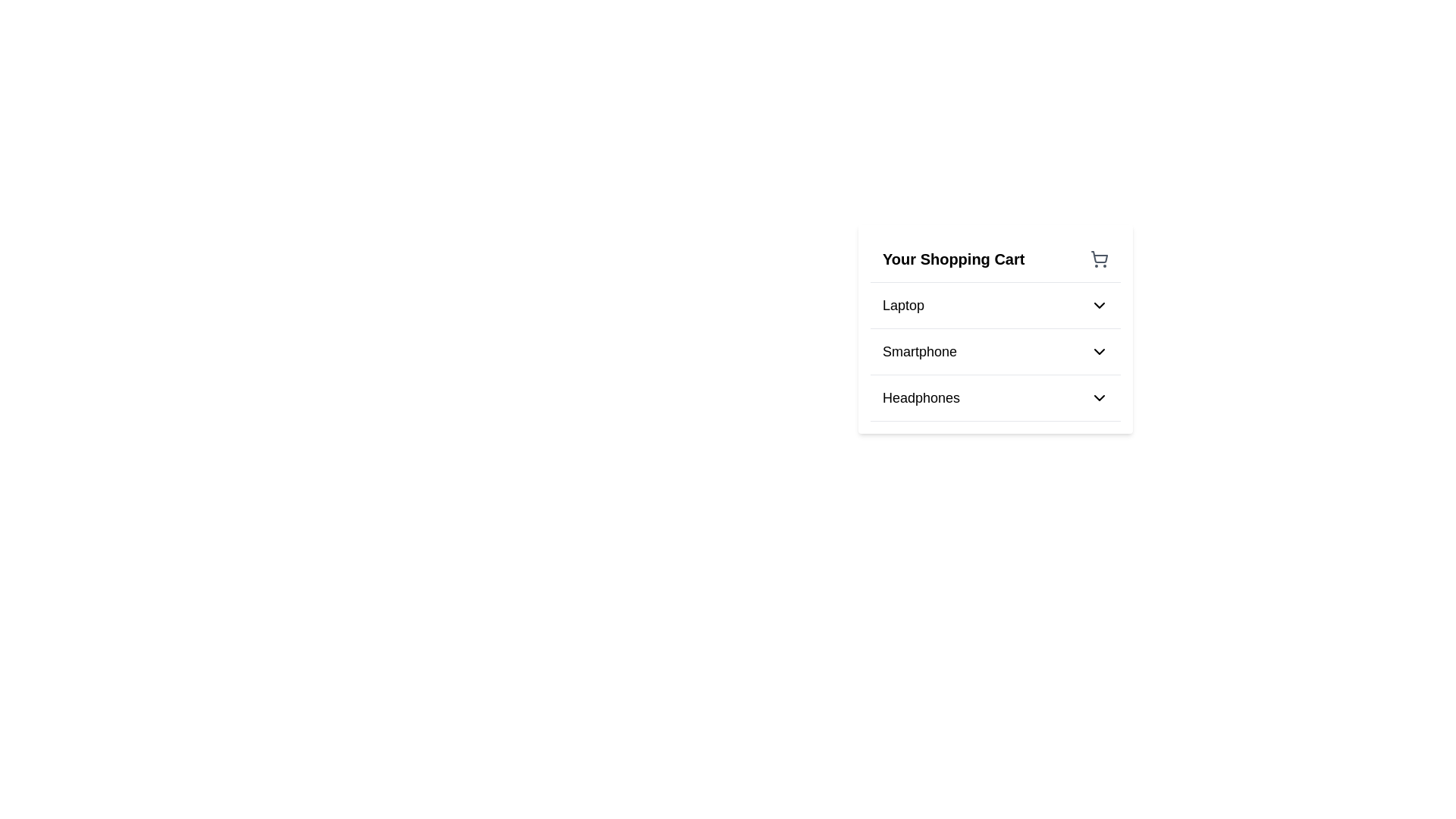 The image size is (1456, 819). Describe the element at coordinates (1099, 305) in the screenshot. I see `the toggle icon (chevron-down) located at the far right of the 'Laptop' list item to observe potential hover effects` at that location.